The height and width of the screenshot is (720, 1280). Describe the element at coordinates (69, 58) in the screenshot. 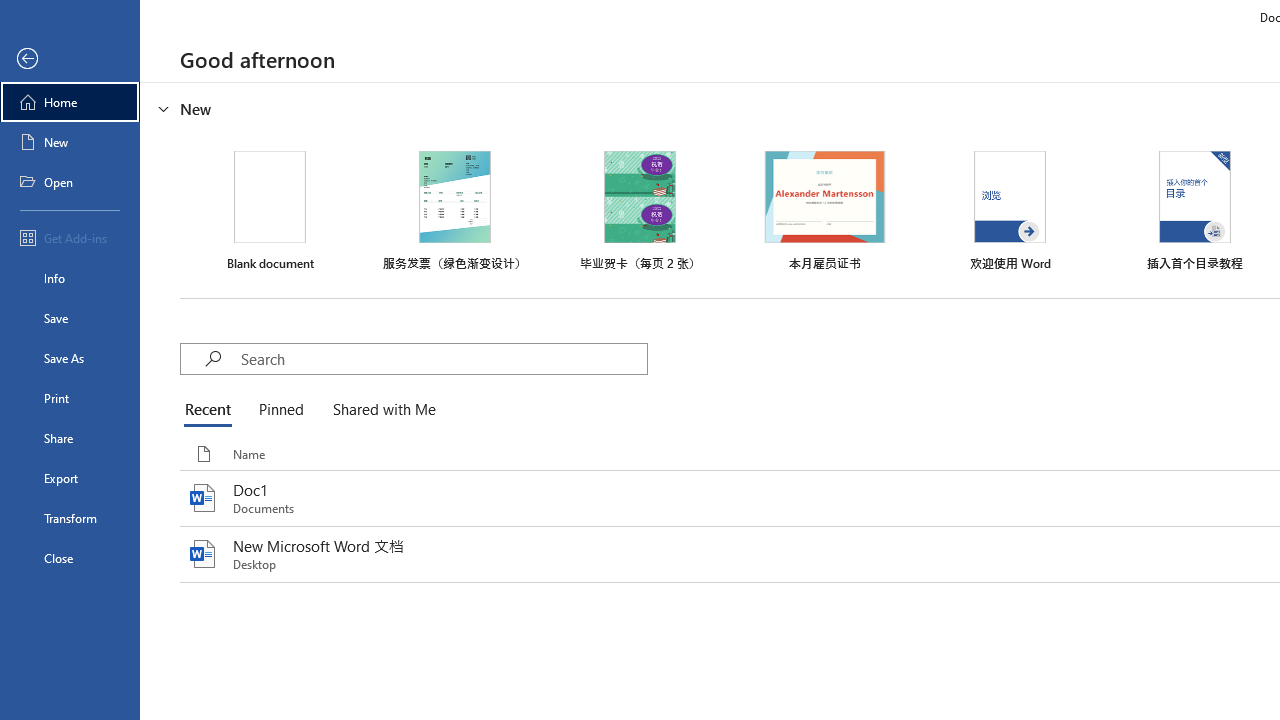

I see `'Back'` at that location.